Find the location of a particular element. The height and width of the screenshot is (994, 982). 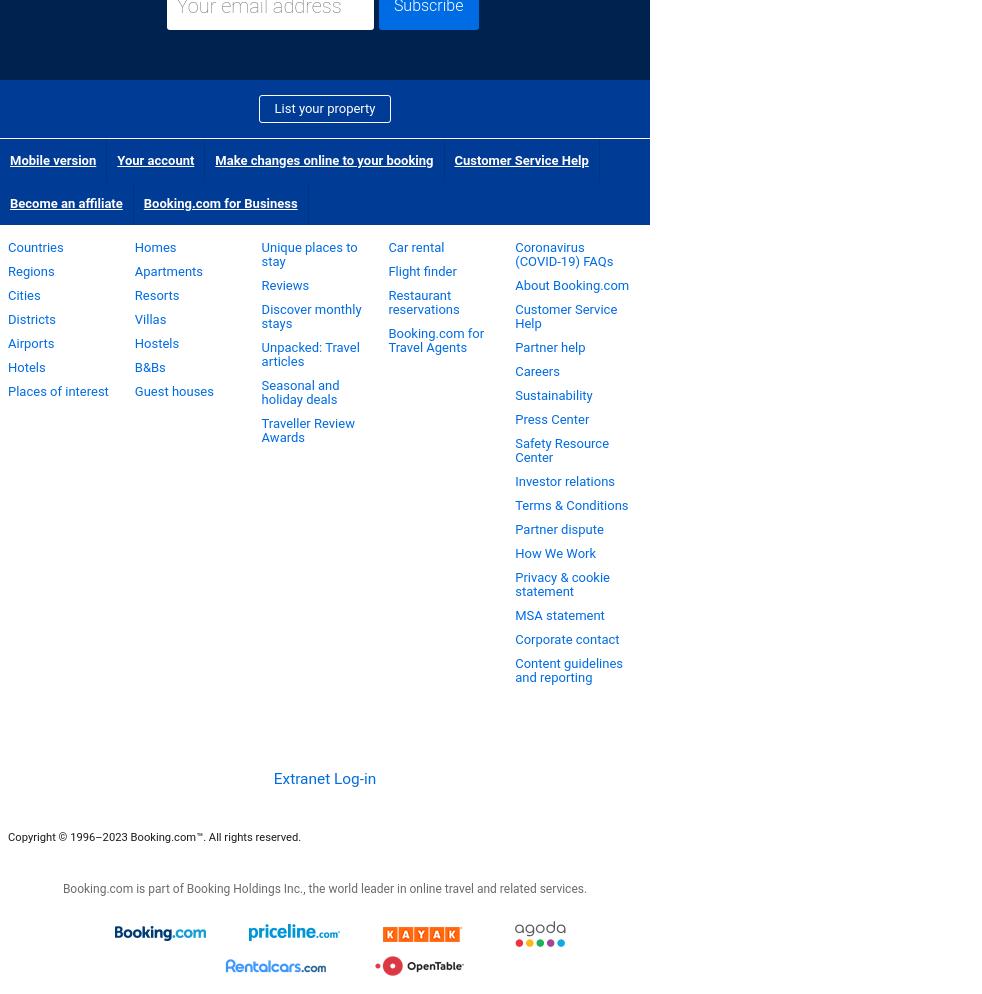

'Cities' is located at coordinates (22, 295).